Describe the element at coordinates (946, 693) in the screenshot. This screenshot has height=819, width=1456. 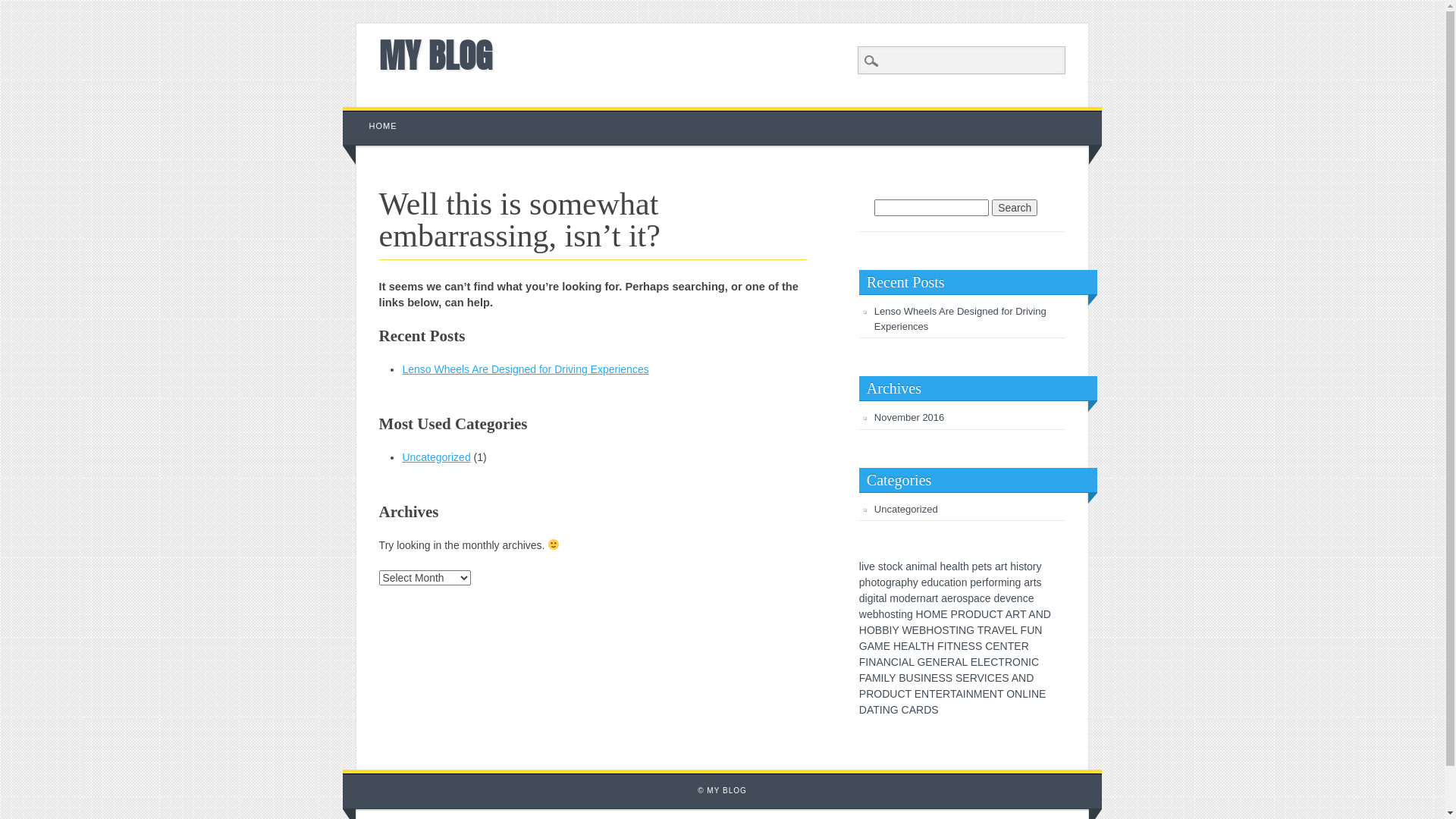
I see `'R'` at that location.